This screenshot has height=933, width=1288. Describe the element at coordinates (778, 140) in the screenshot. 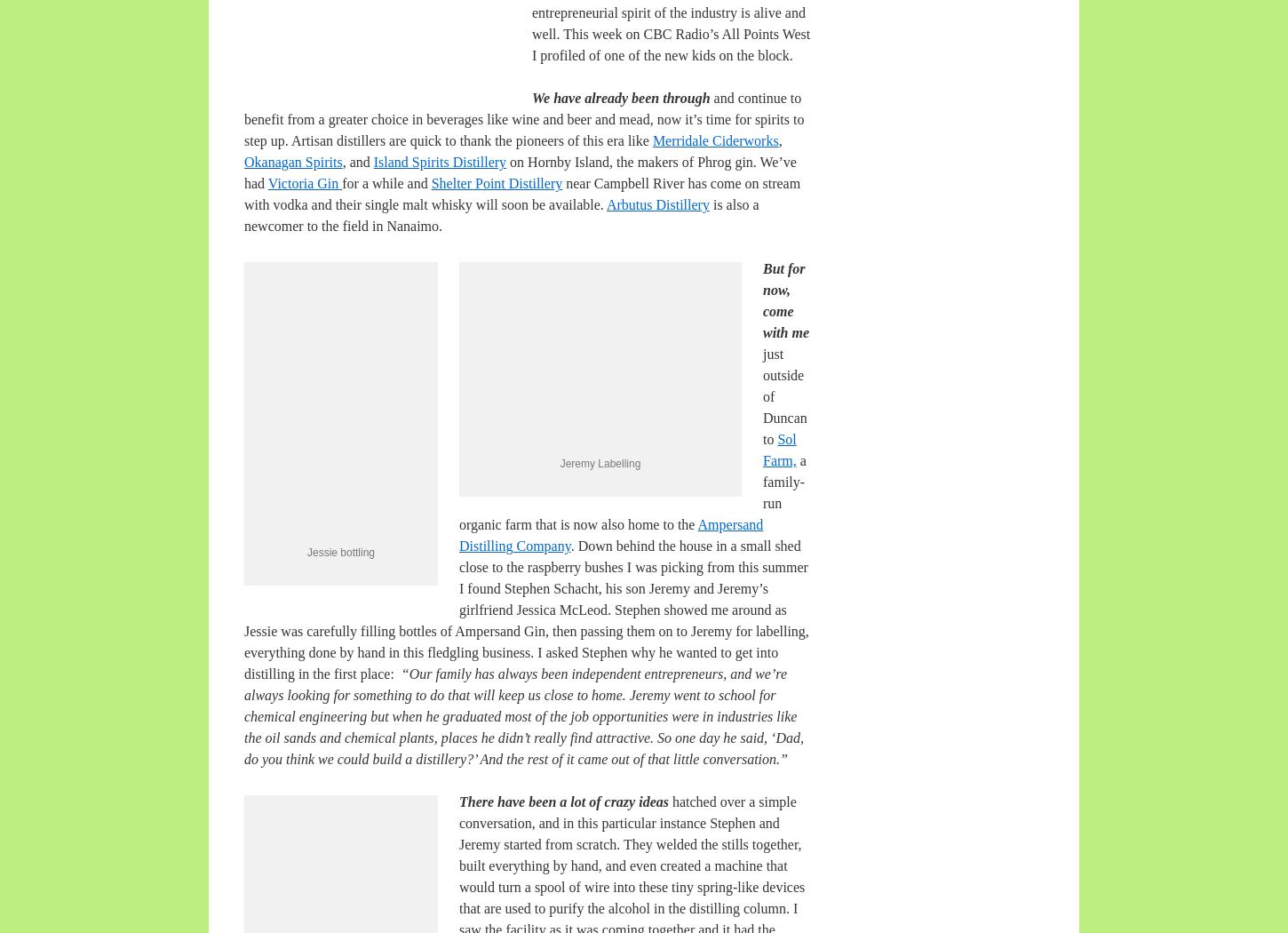

I see `','` at that location.